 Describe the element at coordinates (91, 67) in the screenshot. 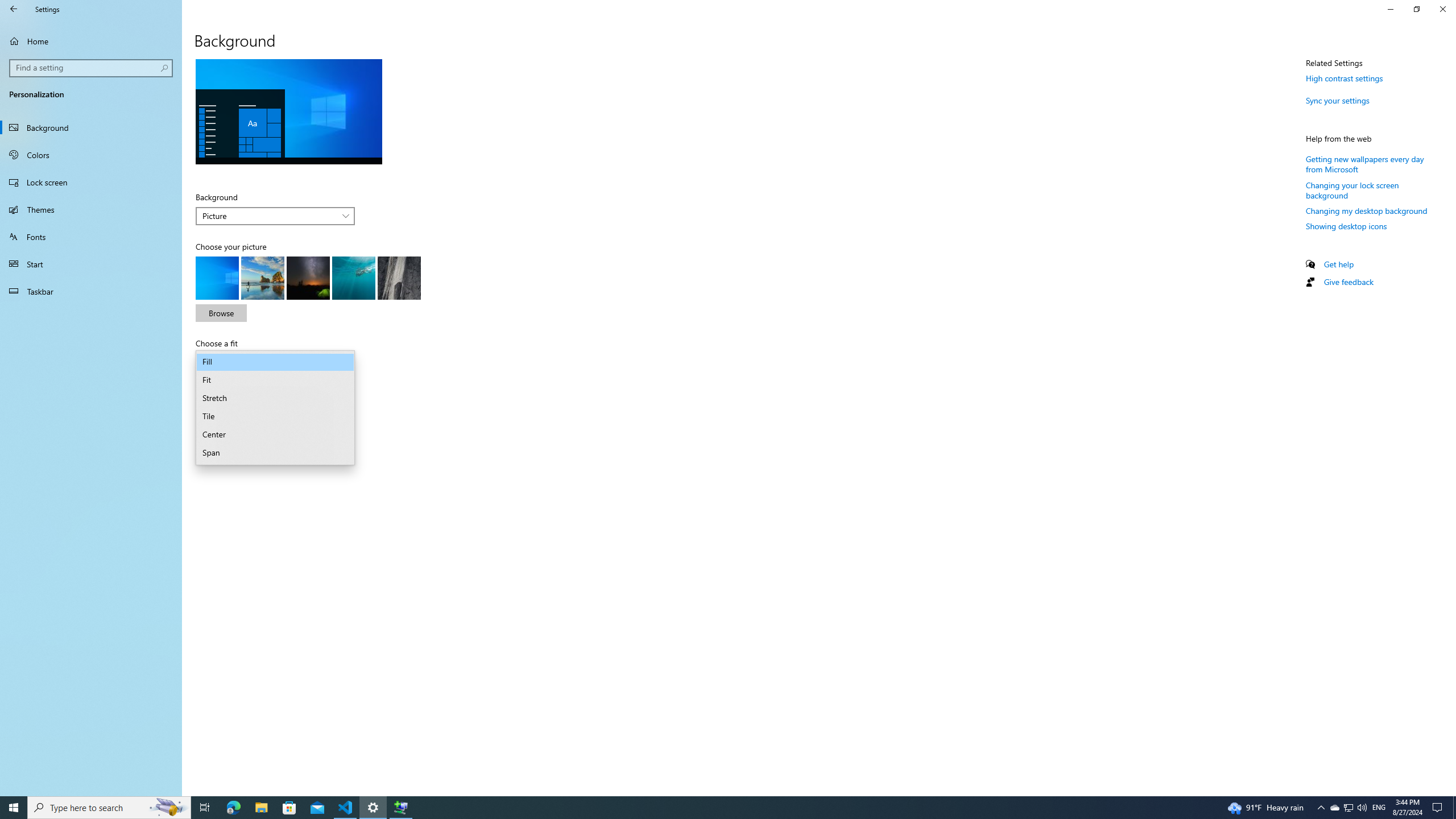

I see `'Search box, Find a setting'` at that location.